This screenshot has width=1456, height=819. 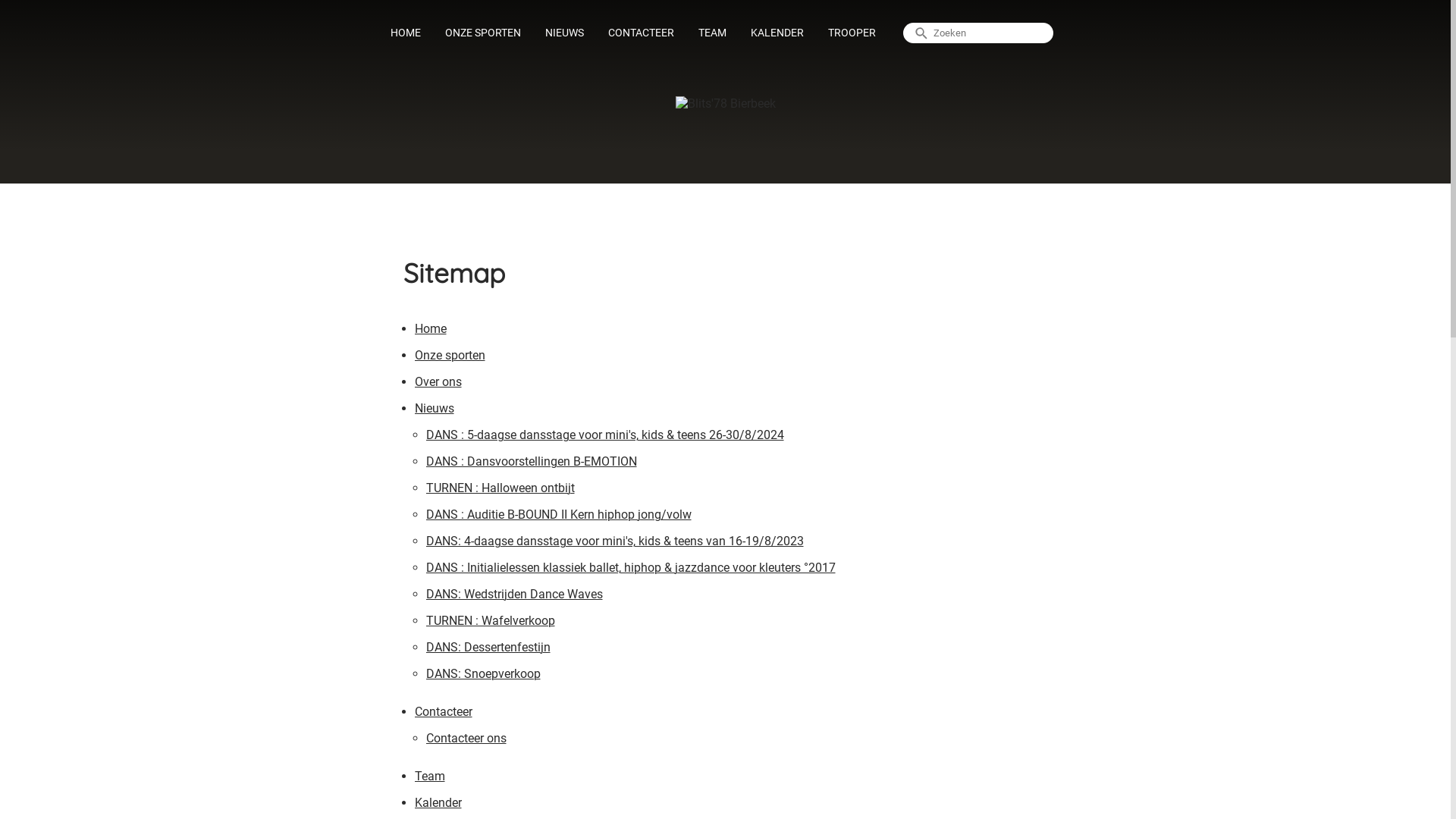 What do you see at coordinates (414, 804) in the screenshot?
I see `'Kalender'` at bounding box center [414, 804].